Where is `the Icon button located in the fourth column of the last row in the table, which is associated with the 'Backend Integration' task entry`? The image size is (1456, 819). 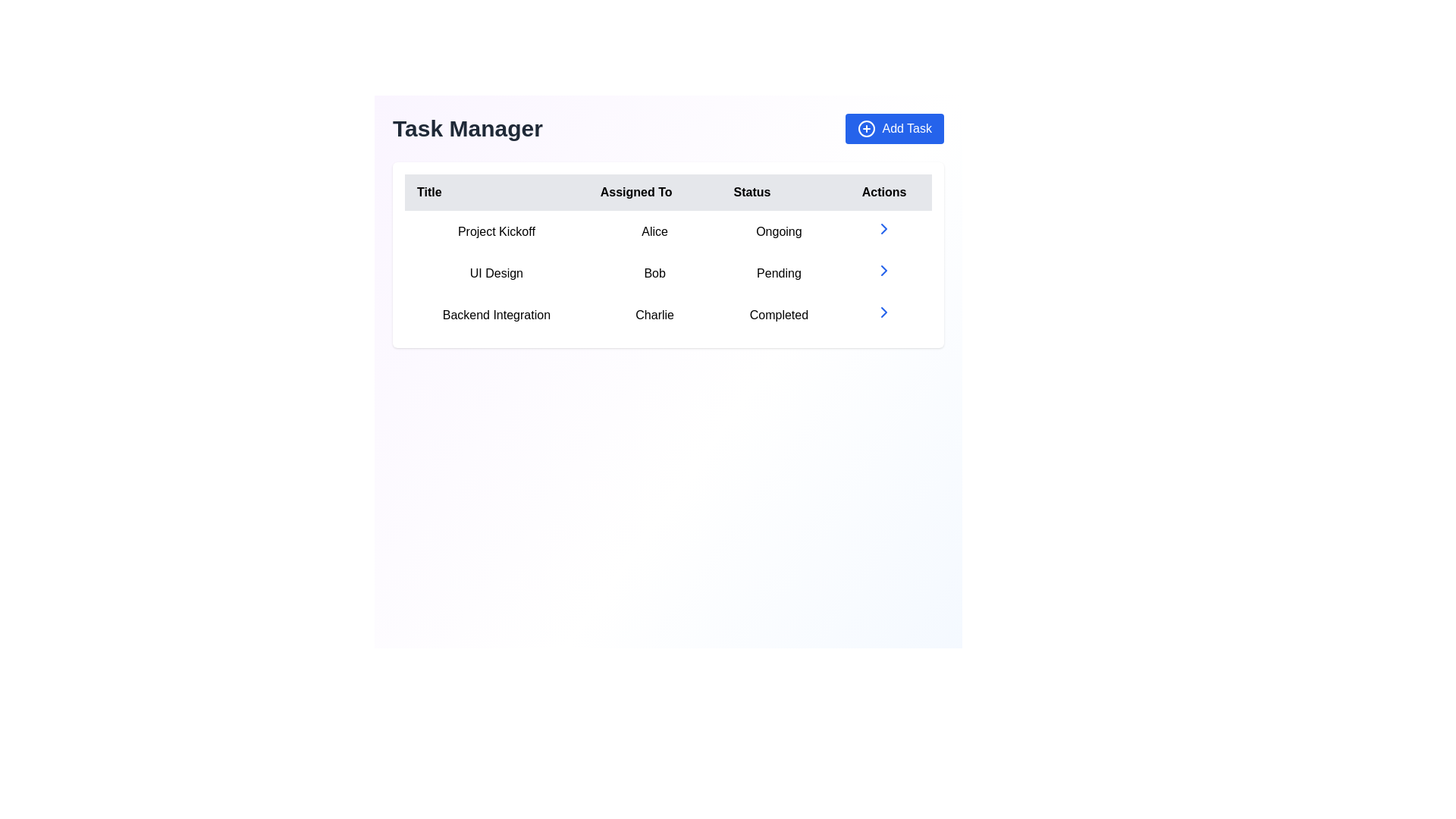 the Icon button located in the fourth column of the last row in the table, which is associated with the 'Backend Integration' task entry is located at coordinates (884, 314).